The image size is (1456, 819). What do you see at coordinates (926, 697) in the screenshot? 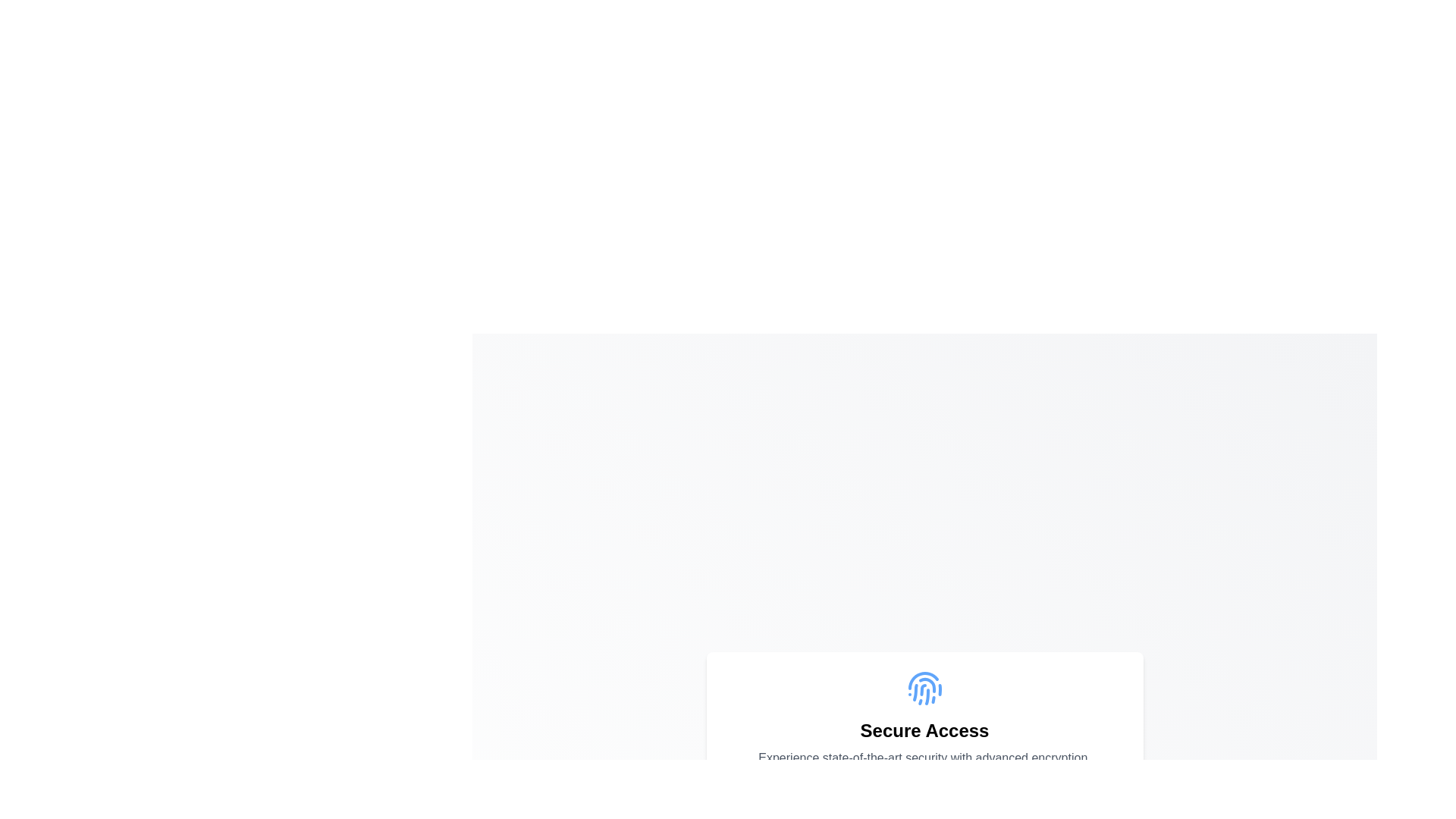
I see `the second segment of the fingerprint icon, which is visually located above the 'Secure Access' text and slightly to the right among its sibling paths` at bounding box center [926, 697].